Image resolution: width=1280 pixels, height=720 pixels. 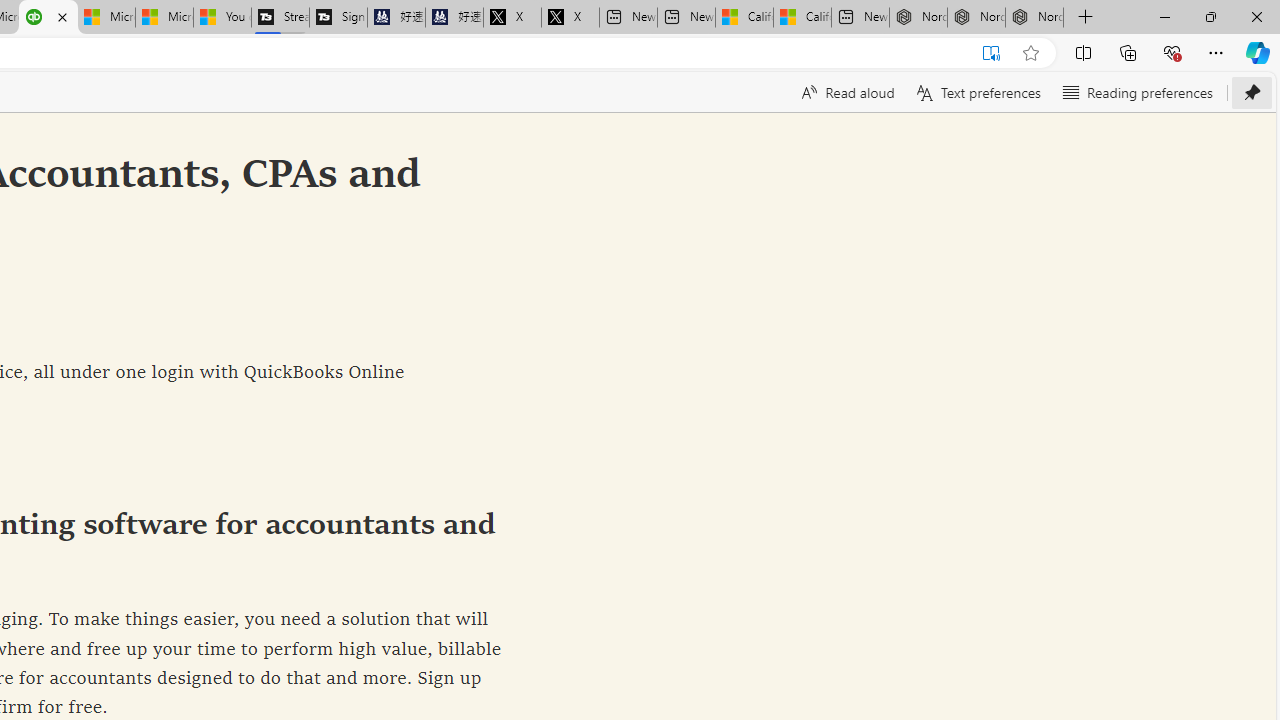 What do you see at coordinates (1034, 17) in the screenshot?
I see `'Nordace - Siena Pro 15 Essential Set'` at bounding box center [1034, 17].